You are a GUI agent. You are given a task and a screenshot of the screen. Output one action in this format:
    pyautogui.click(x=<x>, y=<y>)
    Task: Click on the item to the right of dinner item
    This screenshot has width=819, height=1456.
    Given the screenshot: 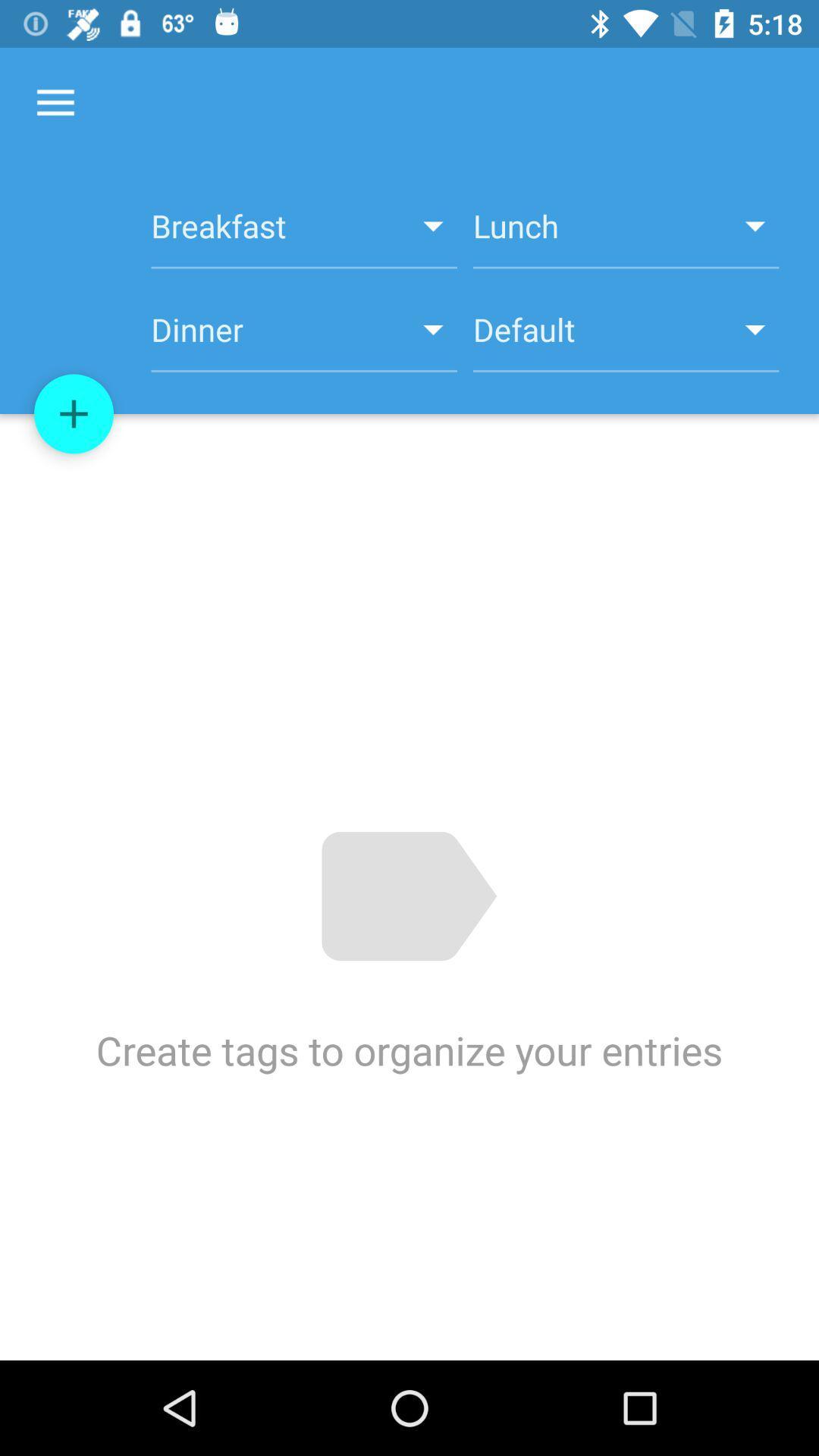 What is the action you would take?
    pyautogui.click(x=626, y=337)
    